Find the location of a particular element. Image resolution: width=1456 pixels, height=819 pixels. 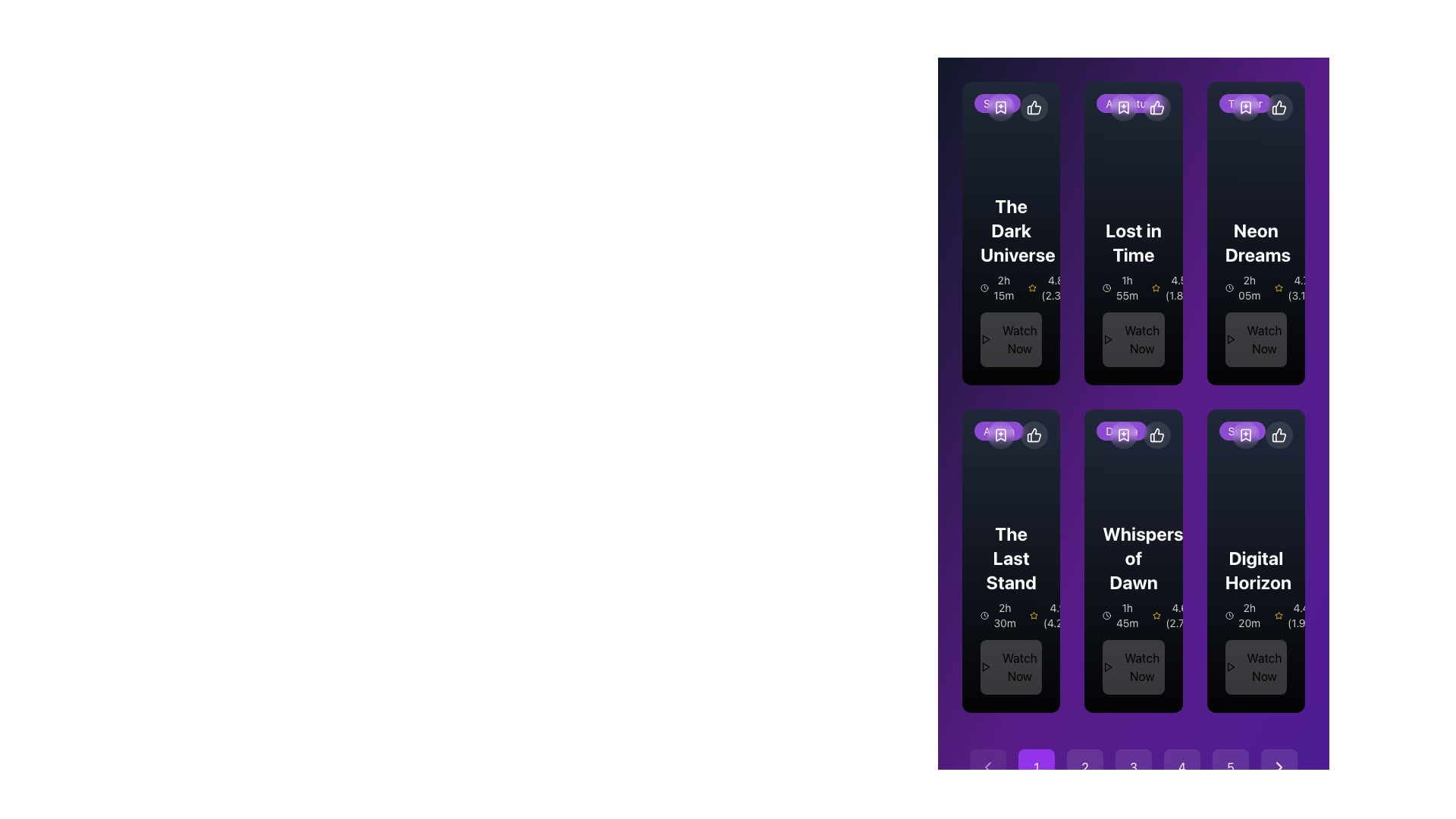

the movie feature card for 'Neon Dreams', which is the third card in the top row of the grid arrangement is located at coordinates (1256, 234).